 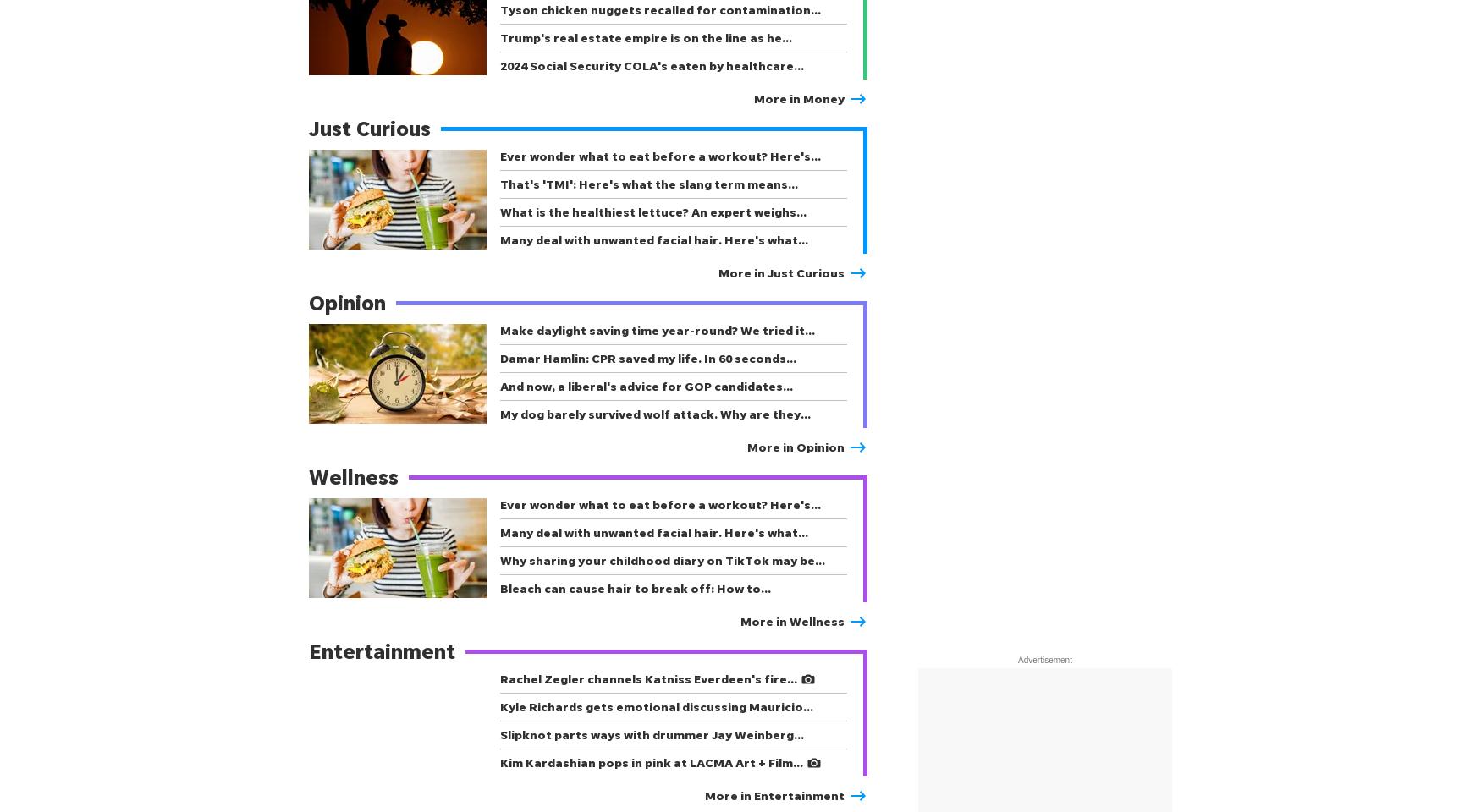 I want to click on 'More in Money', so click(x=799, y=98).